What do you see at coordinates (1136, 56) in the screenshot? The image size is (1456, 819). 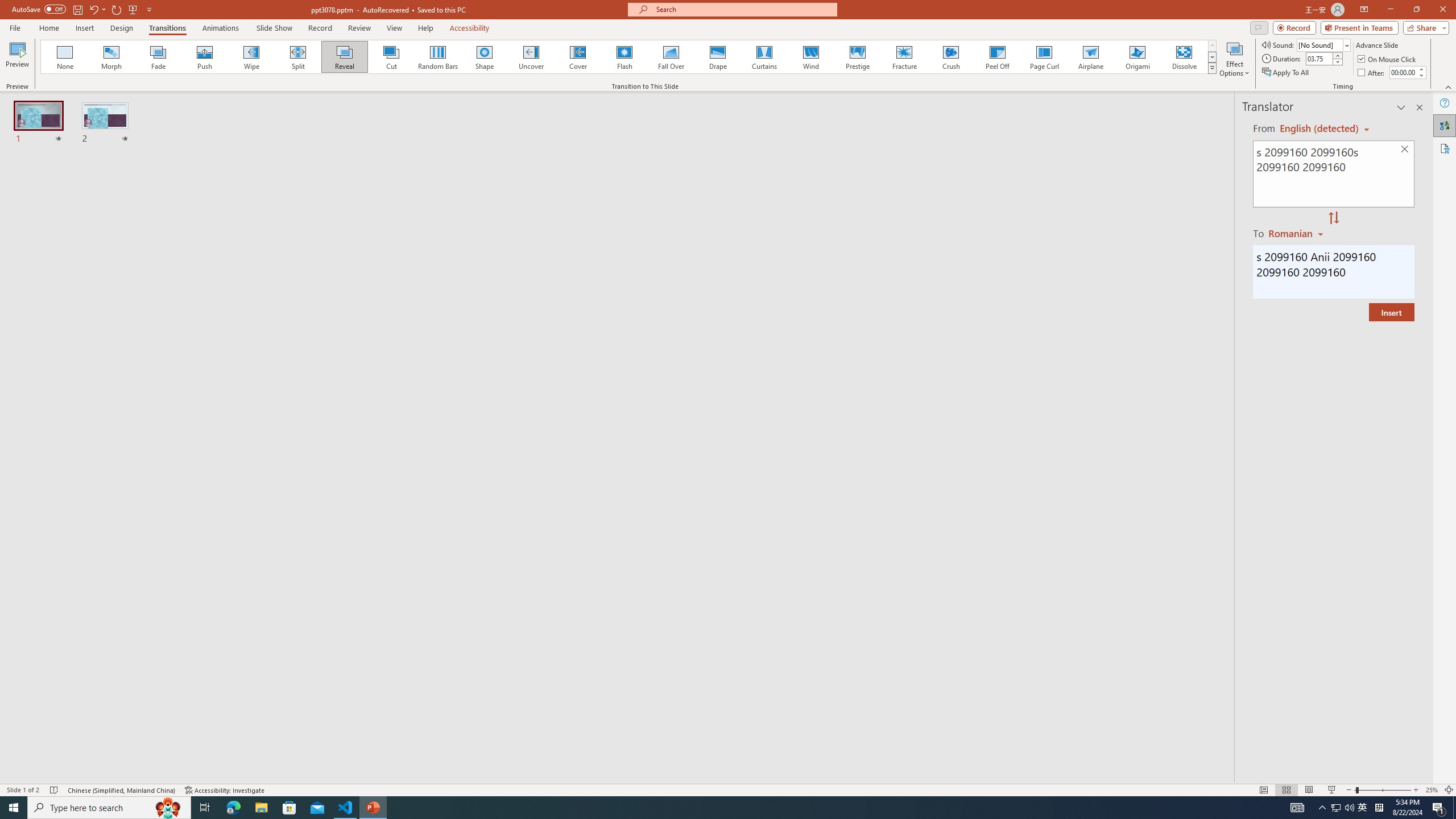 I see `'Origami'` at bounding box center [1136, 56].